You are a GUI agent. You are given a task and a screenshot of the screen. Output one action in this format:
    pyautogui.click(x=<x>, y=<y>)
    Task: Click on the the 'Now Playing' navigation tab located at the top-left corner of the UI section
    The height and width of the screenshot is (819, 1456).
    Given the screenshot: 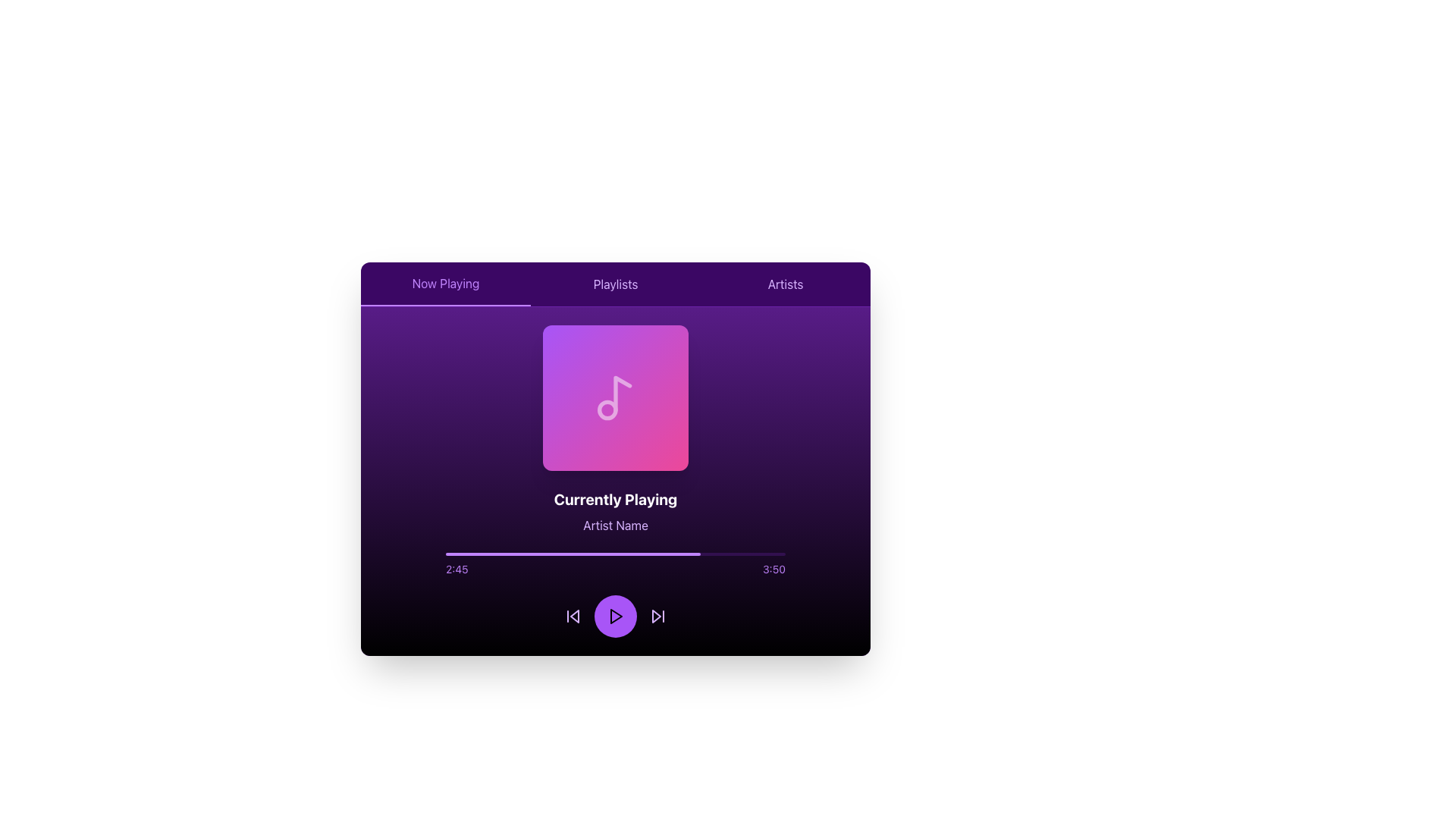 What is the action you would take?
    pyautogui.click(x=445, y=284)
    